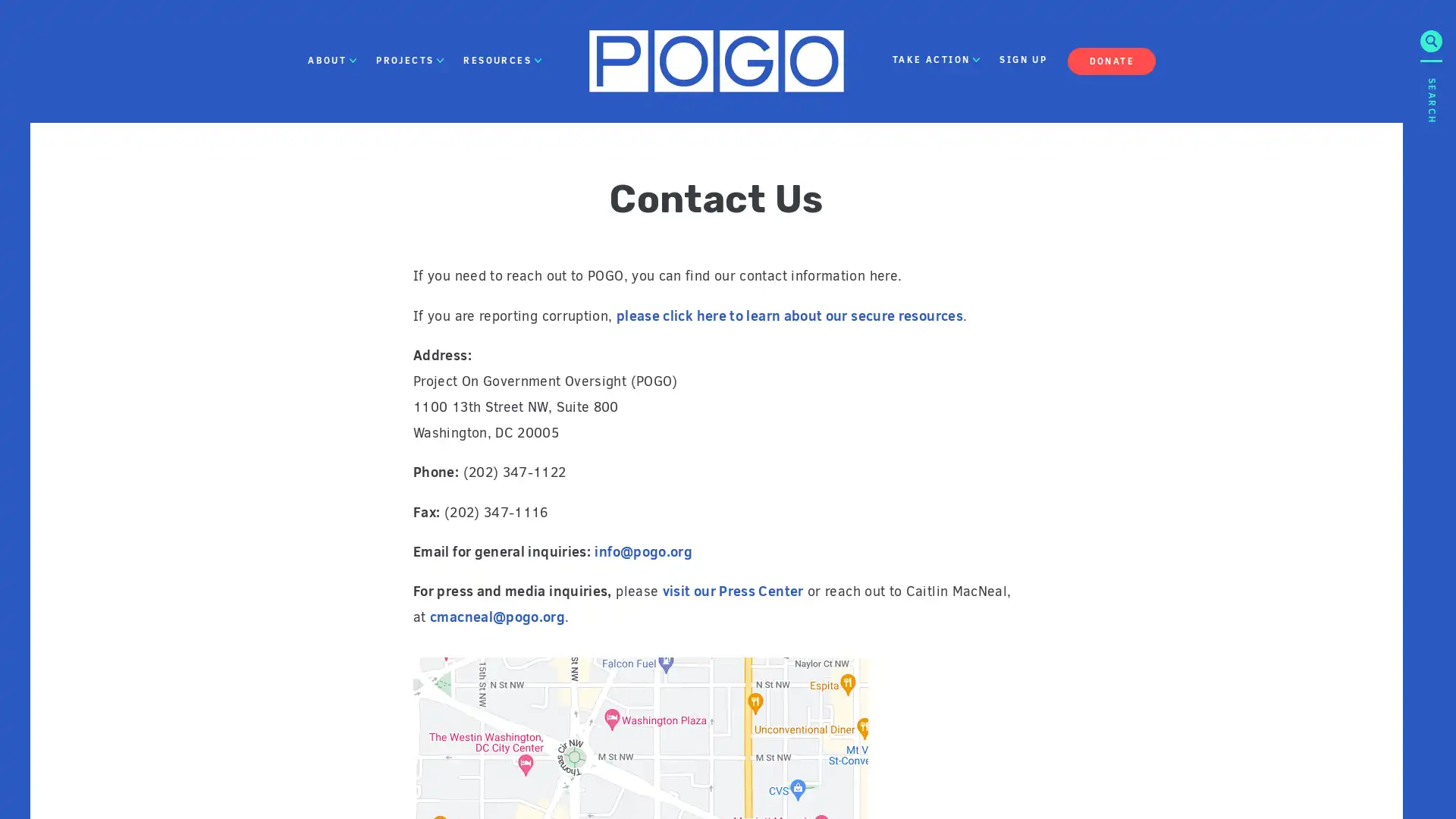  I want to click on TAKE ACTION, so click(935, 60).